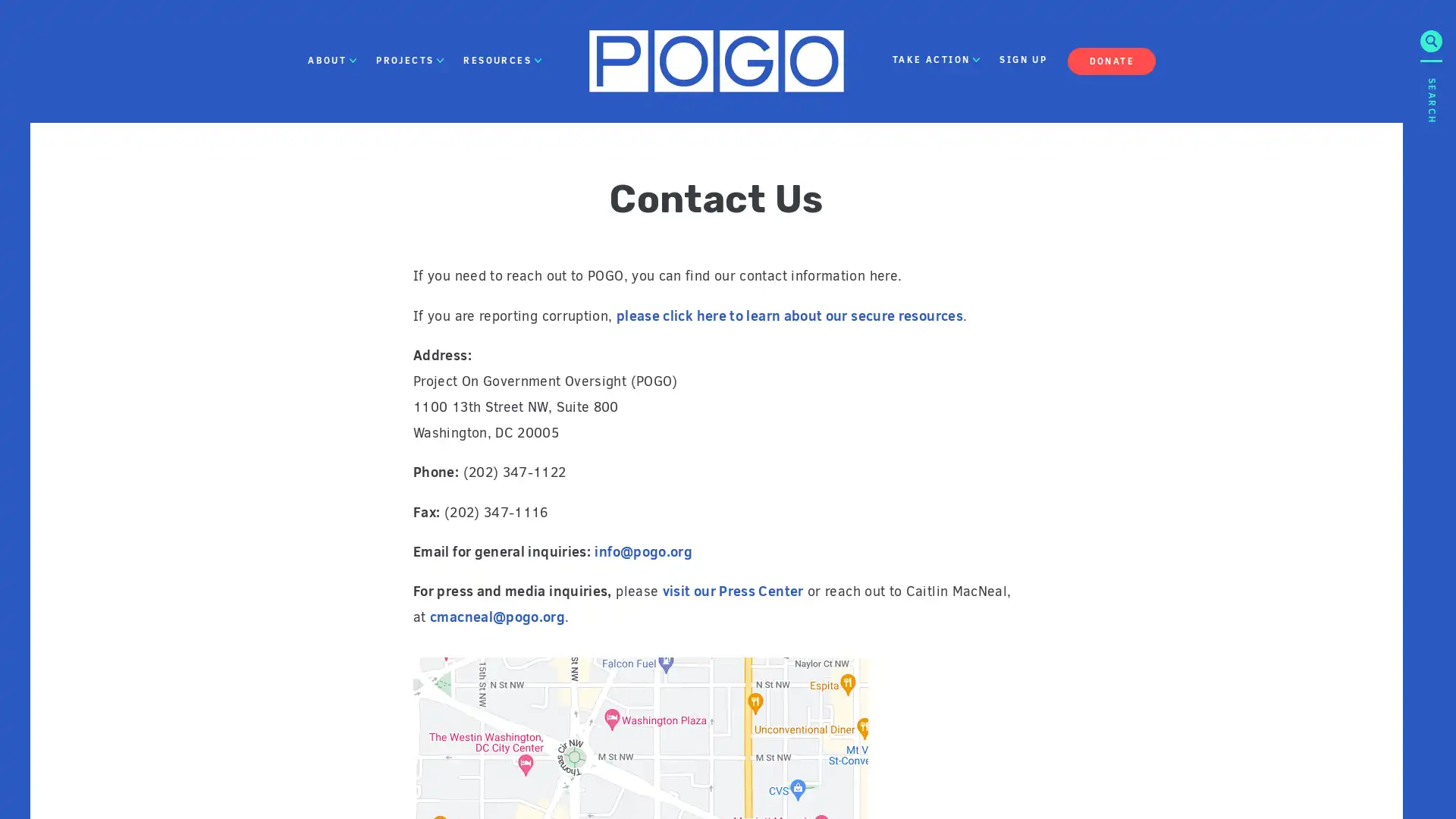  I want to click on TAKE ACTION, so click(935, 60).